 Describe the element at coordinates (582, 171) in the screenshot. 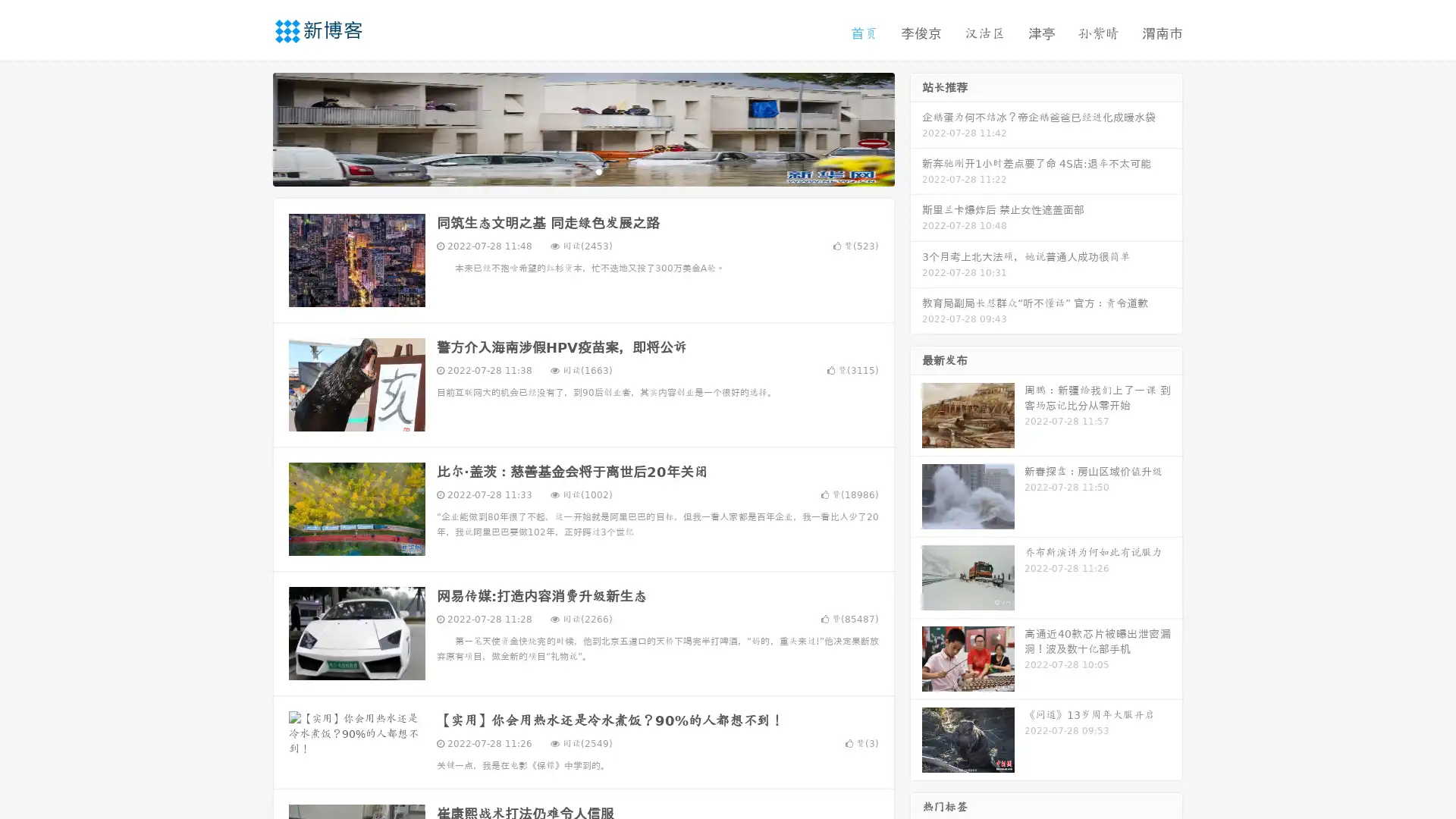

I see `Go to slide 2` at that location.